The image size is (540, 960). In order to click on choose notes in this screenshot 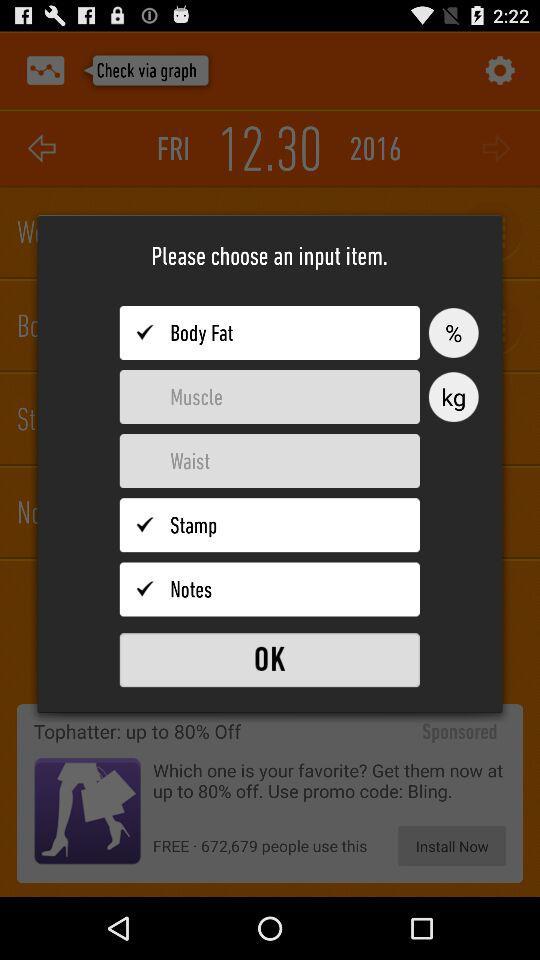, I will do `click(269, 589)`.